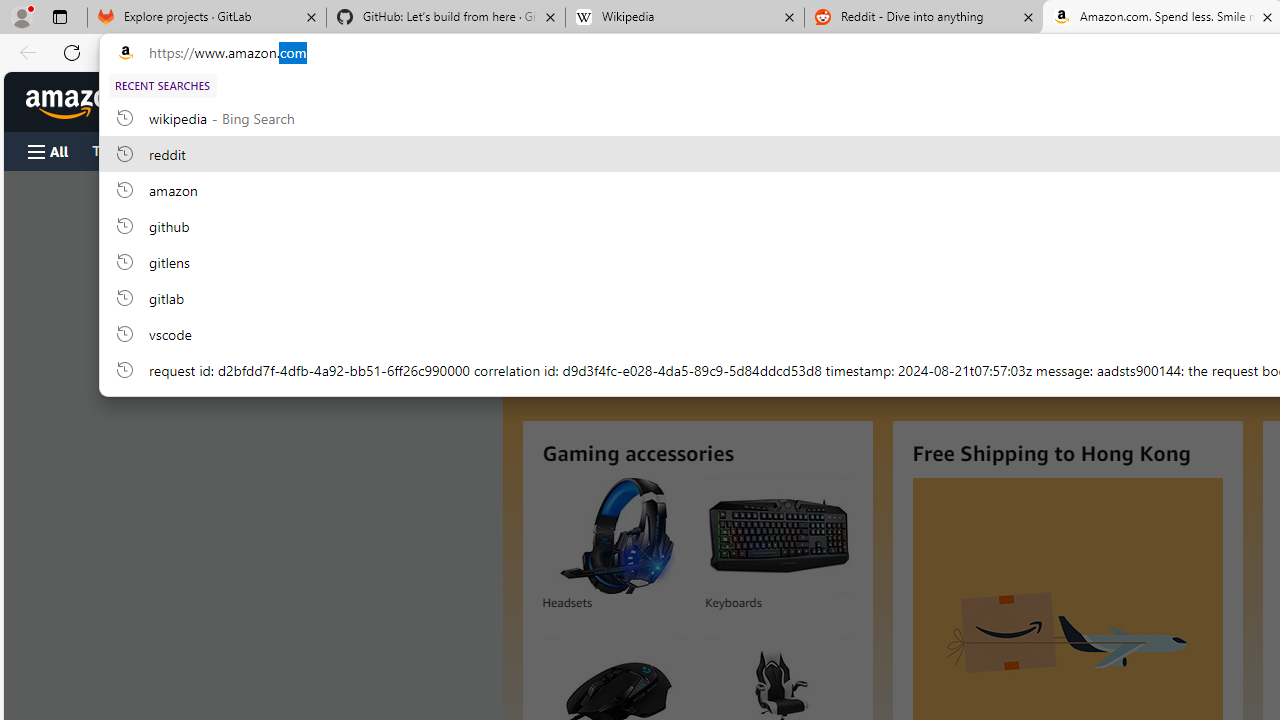 The image size is (1280, 720). I want to click on 'Keyboards', so click(777, 535).